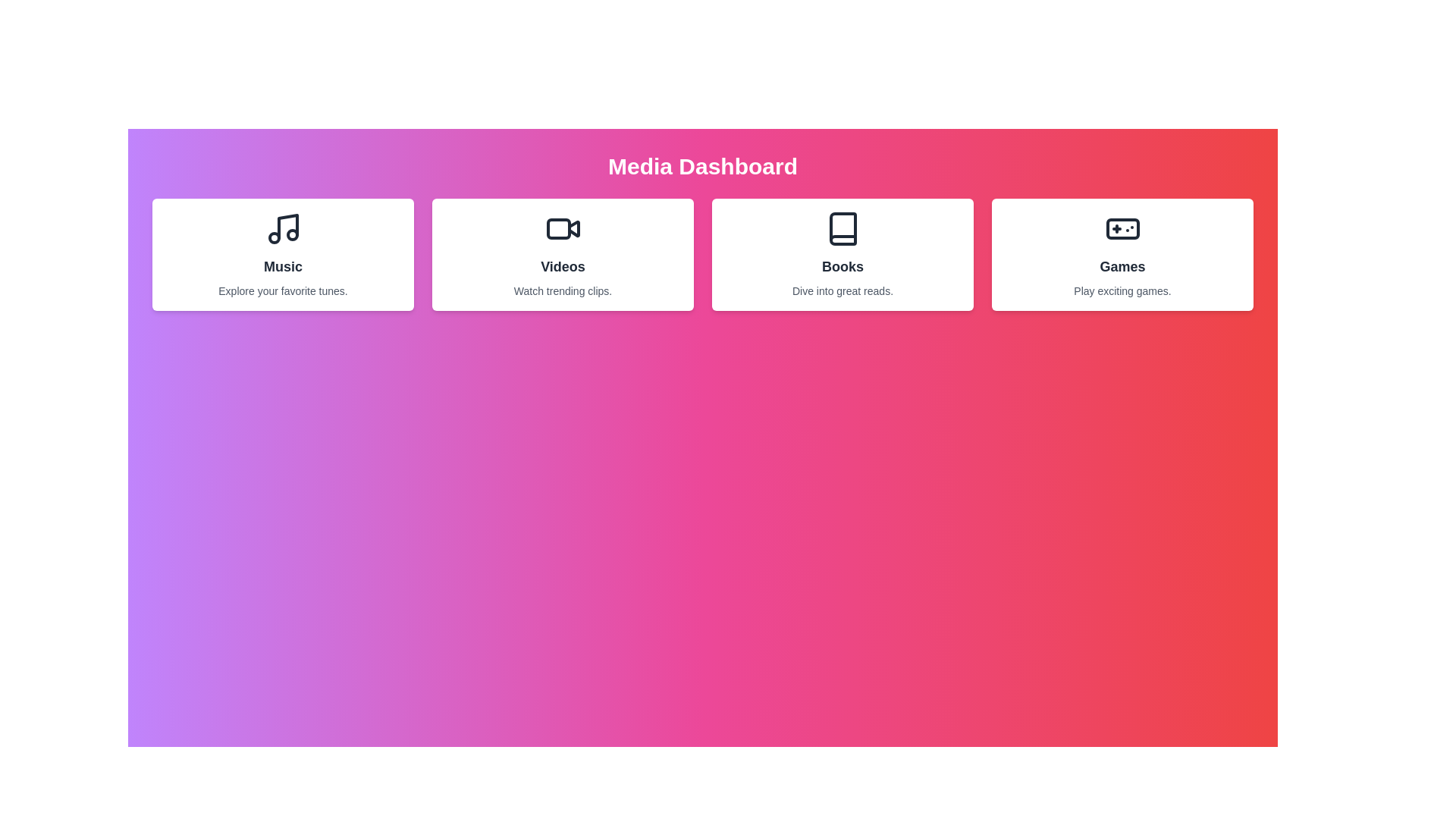 This screenshot has width=1456, height=819. What do you see at coordinates (842, 265) in the screenshot?
I see `the 'Books' text label, which is a bold heading displayed in a card component, centered among four horizontally aligned cards in the application interface` at bounding box center [842, 265].